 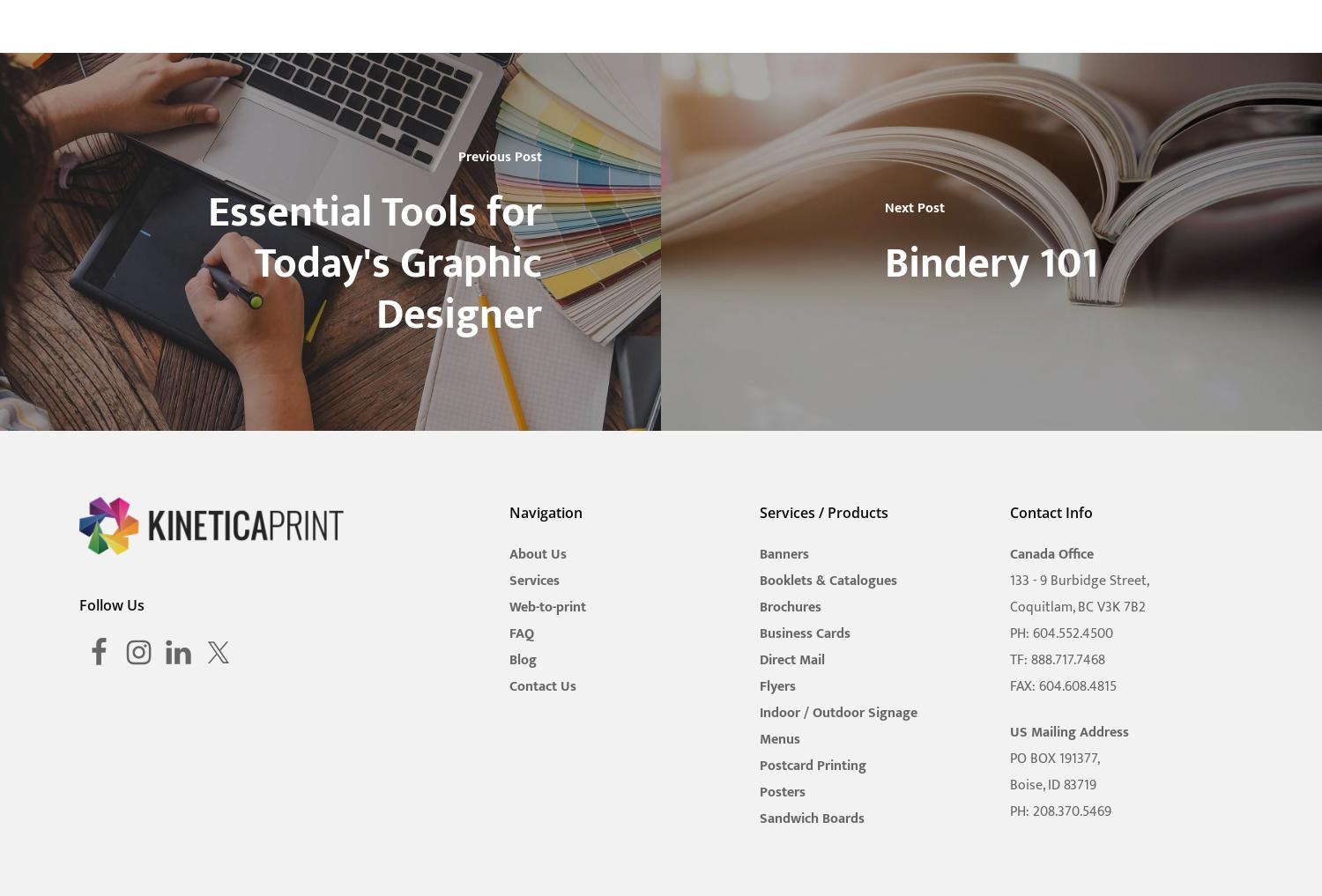 I want to click on '133 - 9 Burbidge Street,', so click(x=1078, y=581).